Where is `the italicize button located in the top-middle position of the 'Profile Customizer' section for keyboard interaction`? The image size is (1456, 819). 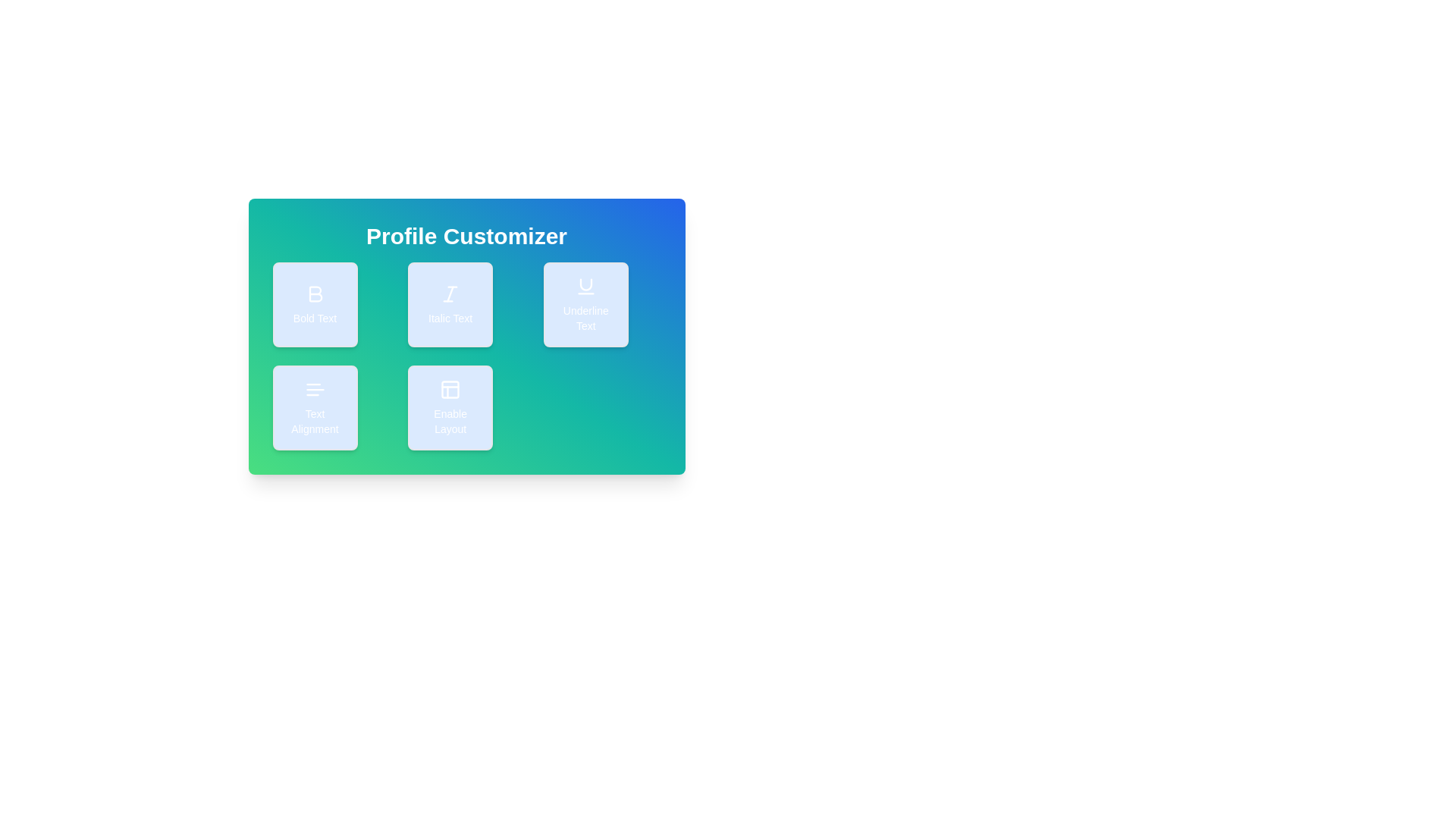 the italicize button located in the top-middle position of the 'Profile Customizer' section for keyboard interaction is located at coordinates (466, 335).